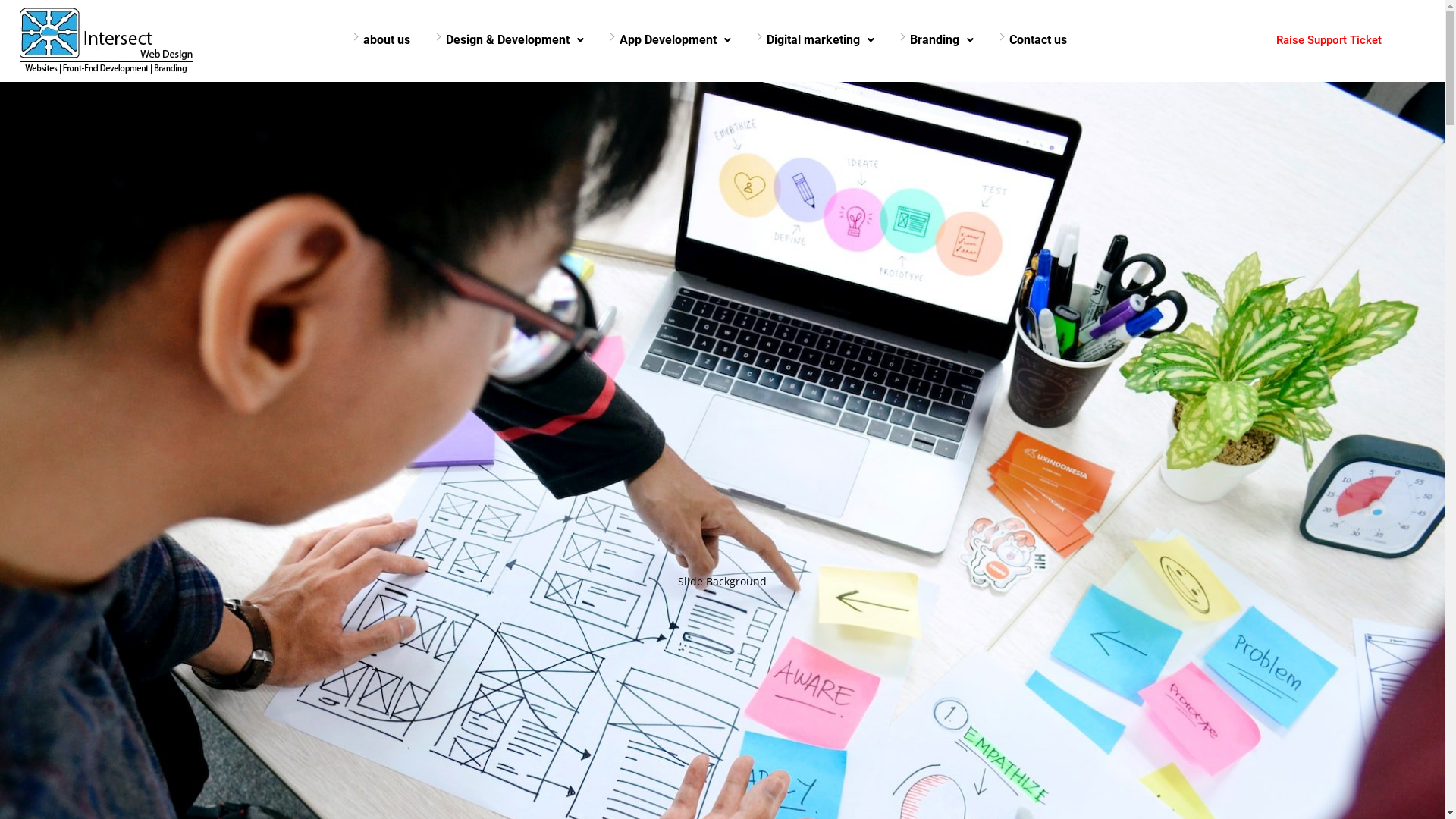 The width and height of the screenshot is (1456, 819). Describe the element at coordinates (607, 39) in the screenshot. I see `'App Development'` at that location.